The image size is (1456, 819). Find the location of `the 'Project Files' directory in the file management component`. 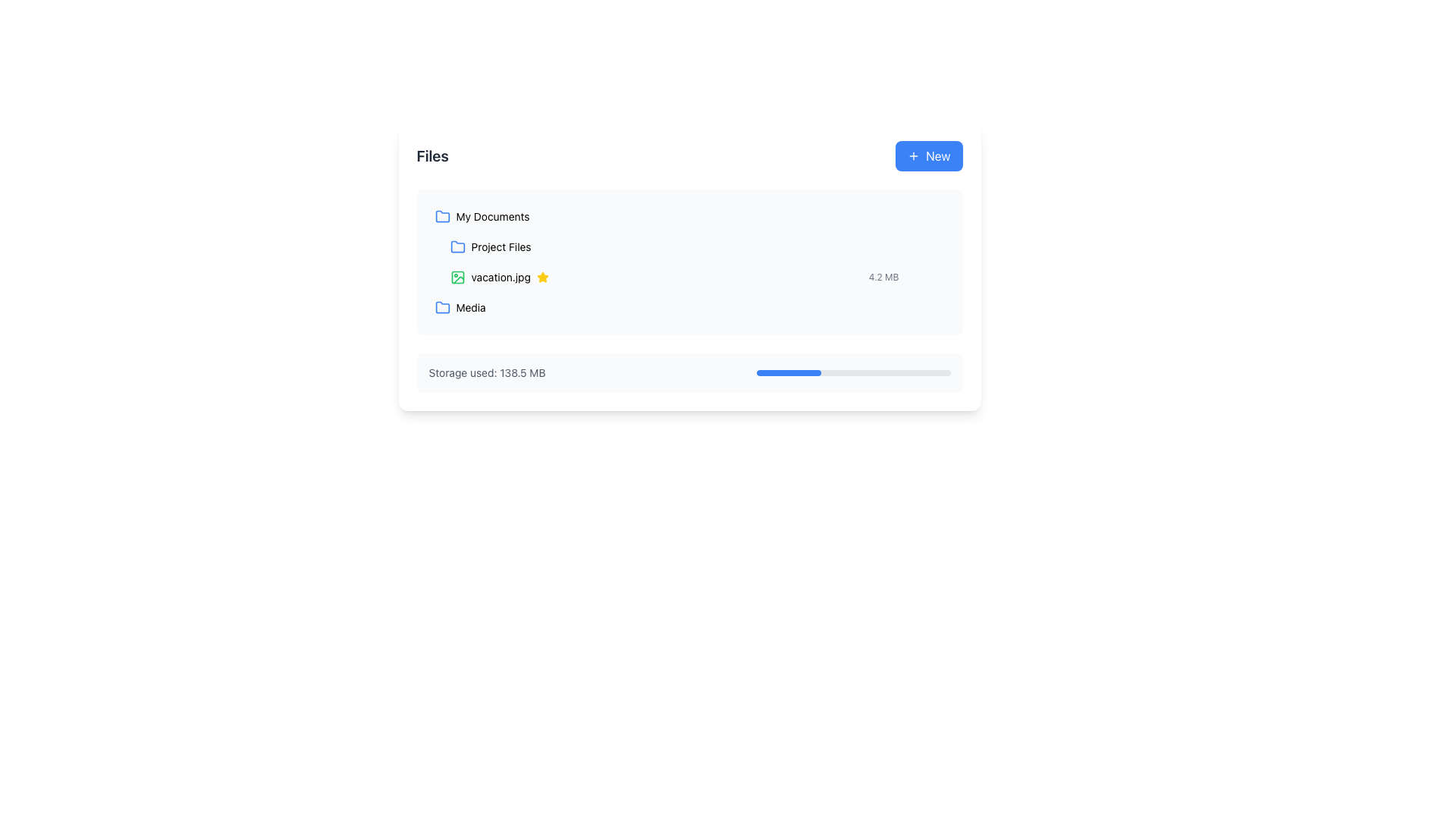

the 'Project Files' directory in the file management component is located at coordinates (676, 246).